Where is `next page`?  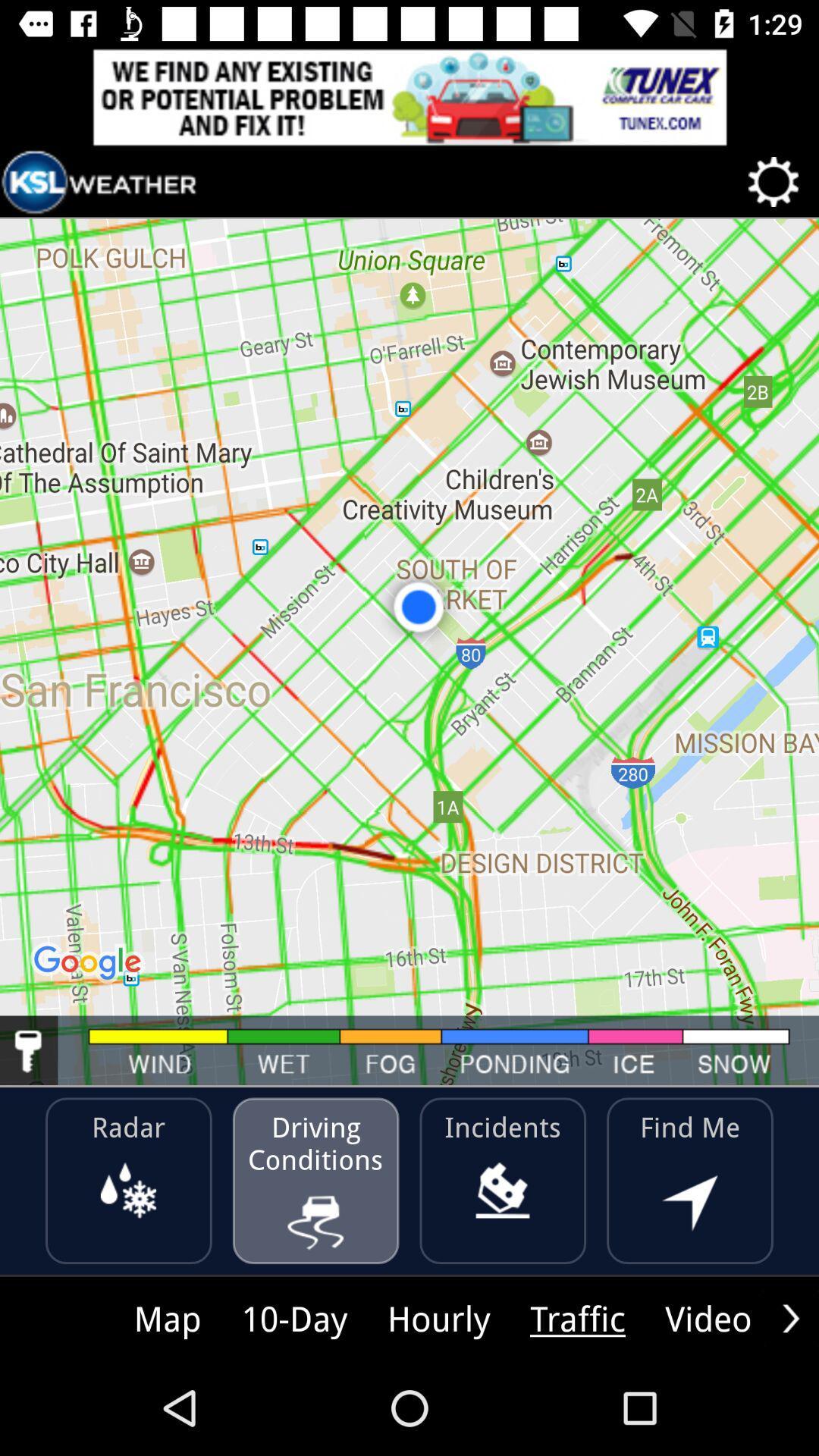
next page is located at coordinates (790, 1317).